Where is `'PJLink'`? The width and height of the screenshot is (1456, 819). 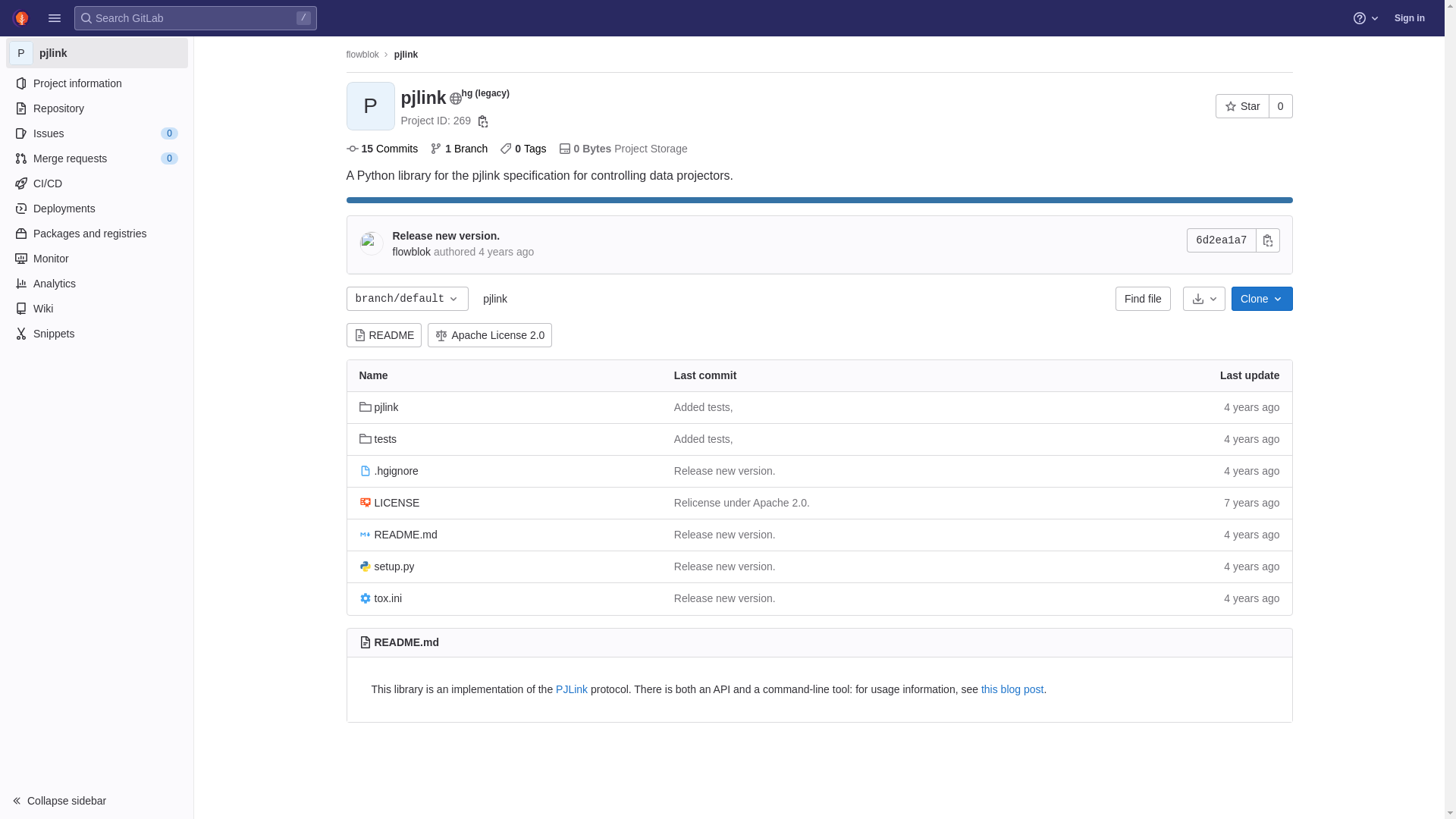 'PJLink' is located at coordinates (570, 689).